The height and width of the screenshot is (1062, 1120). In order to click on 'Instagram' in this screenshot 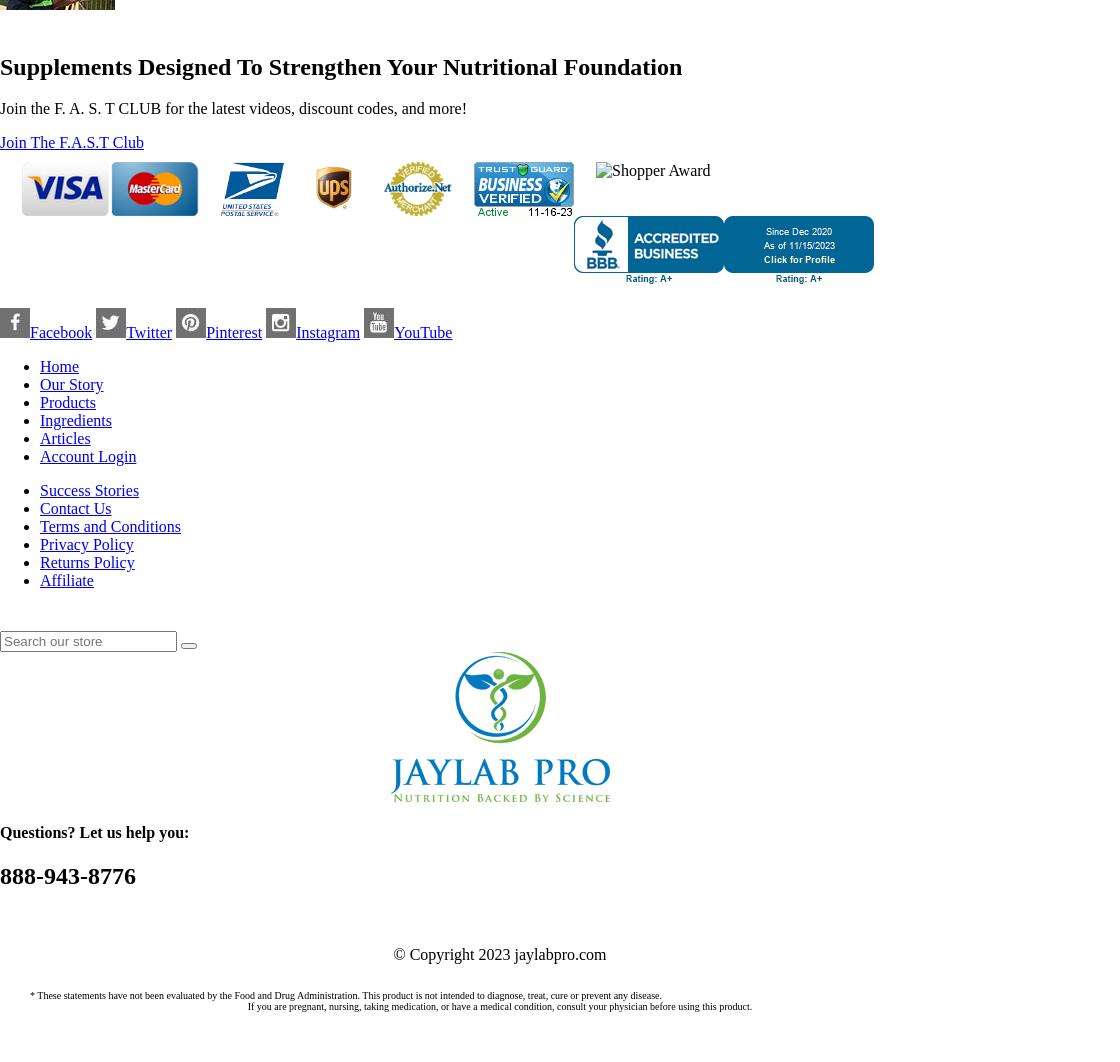, I will do `click(328, 331)`.